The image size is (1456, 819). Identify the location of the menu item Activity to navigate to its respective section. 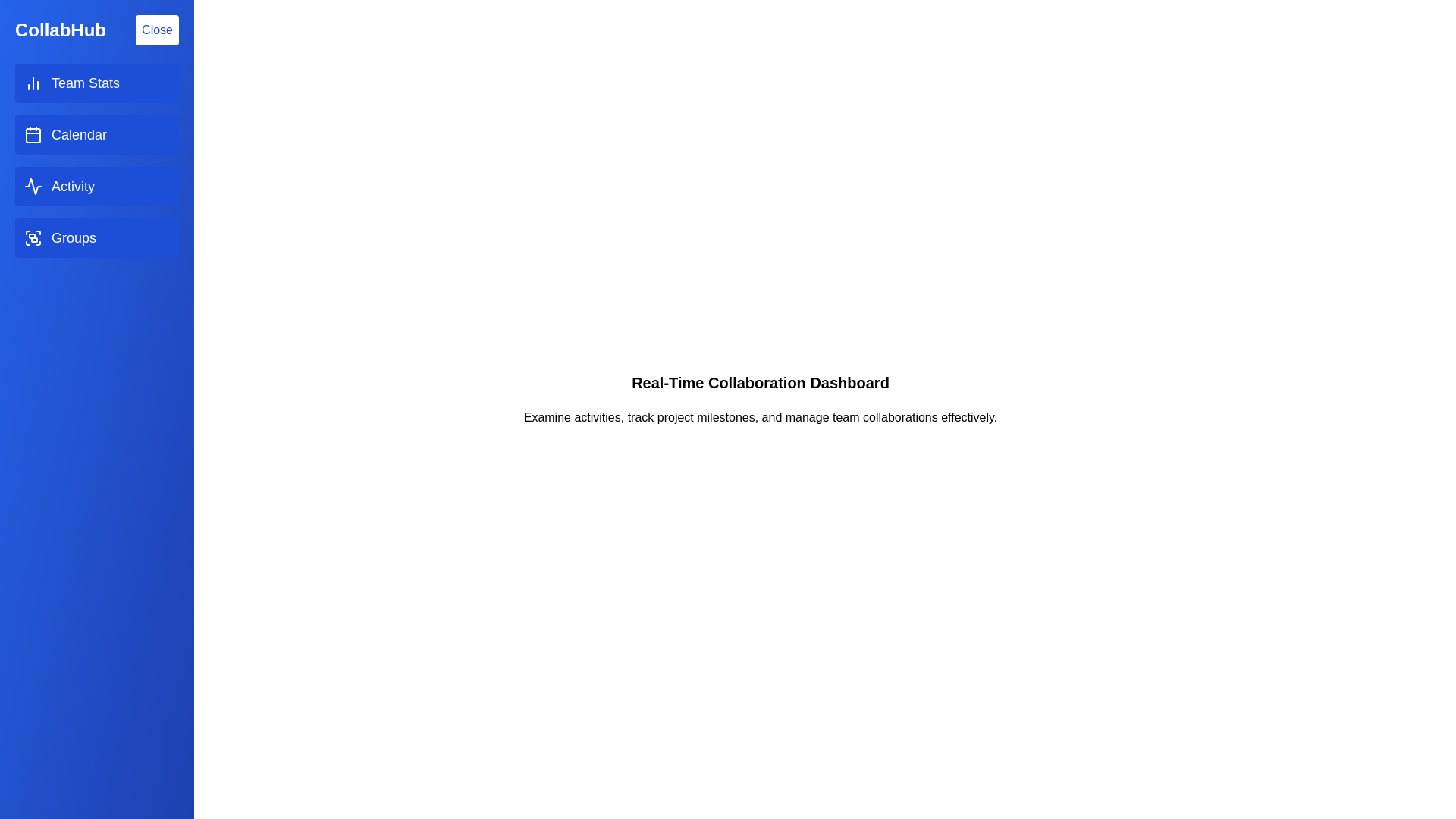
(96, 186).